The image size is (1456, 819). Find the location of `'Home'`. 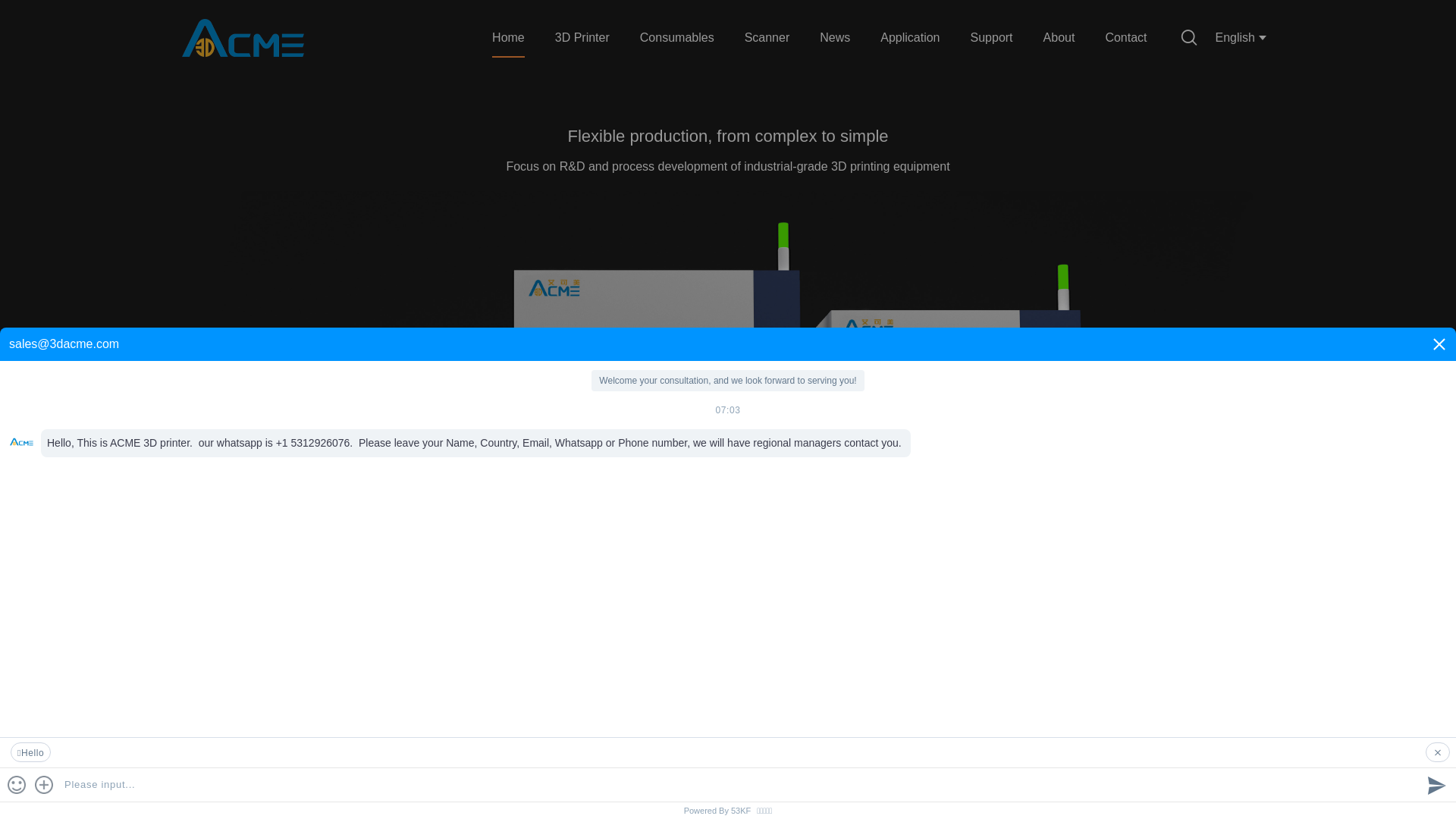

'Home' is located at coordinates (508, 37).